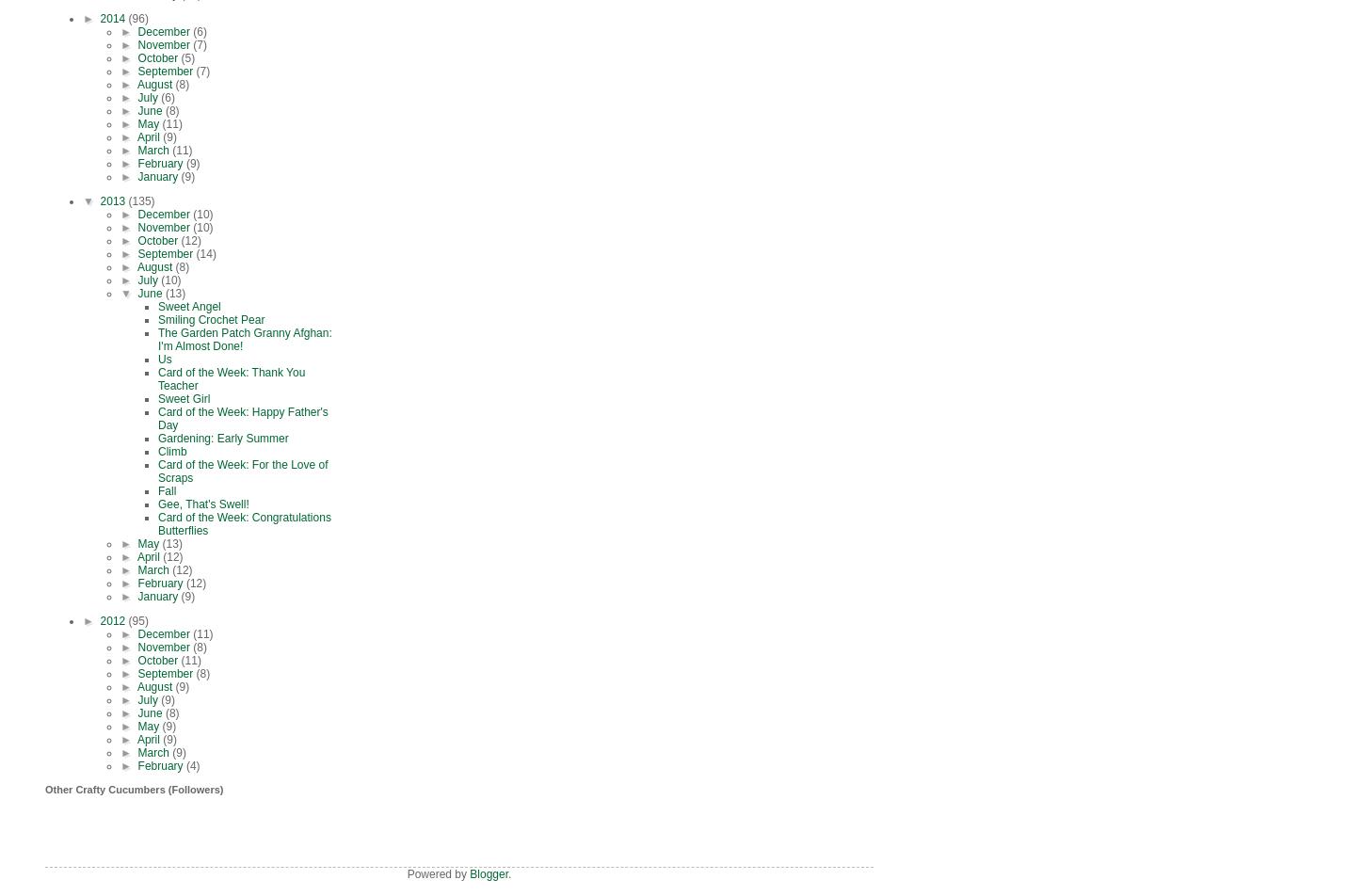 The image size is (1363, 896). What do you see at coordinates (243, 418) in the screenshot?
I see `'Card of the Week: Happy Father's Day'` at bounding box center [243, 418].